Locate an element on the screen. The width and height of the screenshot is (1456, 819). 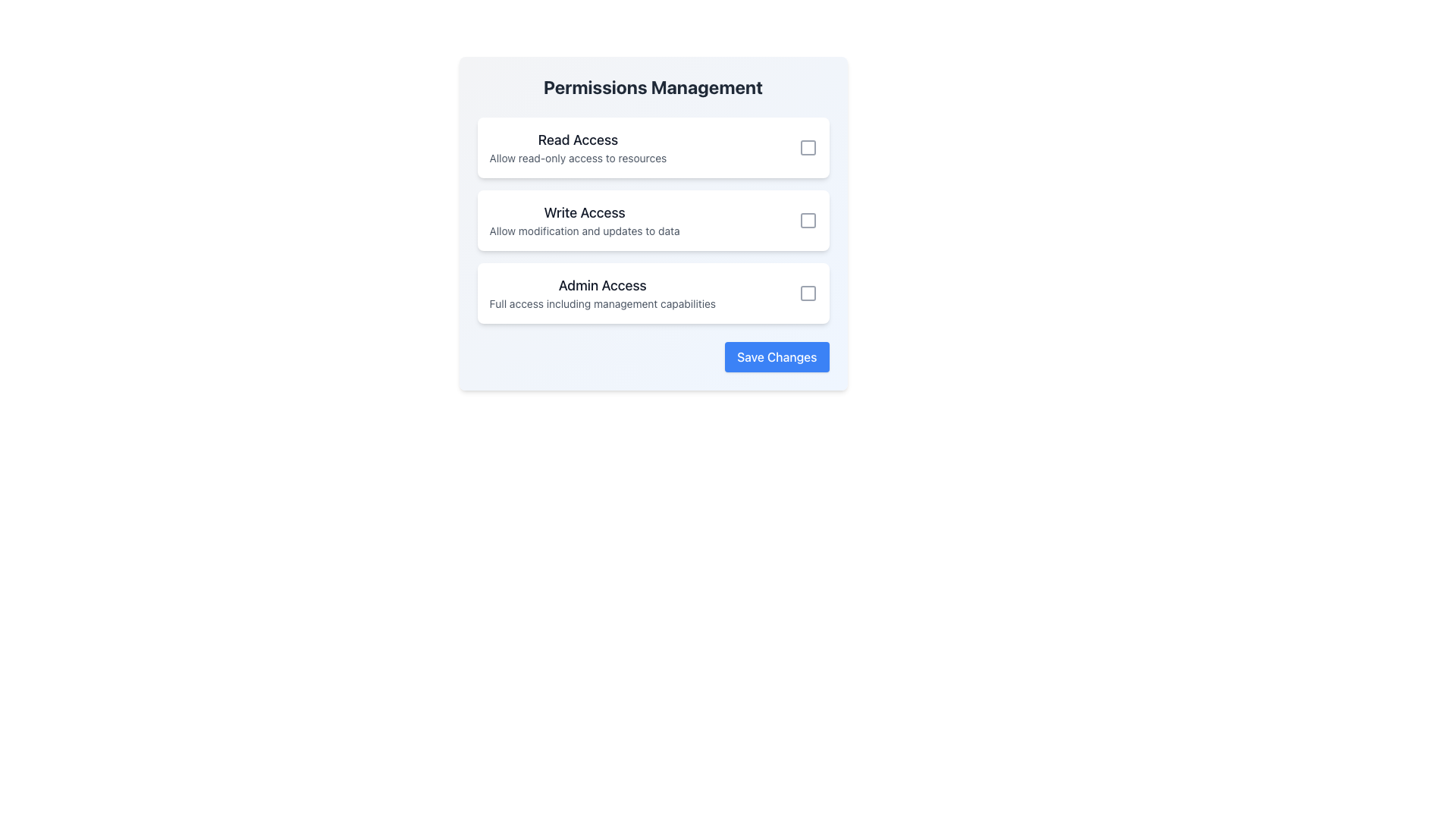
text block labeled 'Allow read-only access to resources', which is styled in a smaller gray font and positioned directly below the heading 'Read Access' is located at coordinates (577, 158).